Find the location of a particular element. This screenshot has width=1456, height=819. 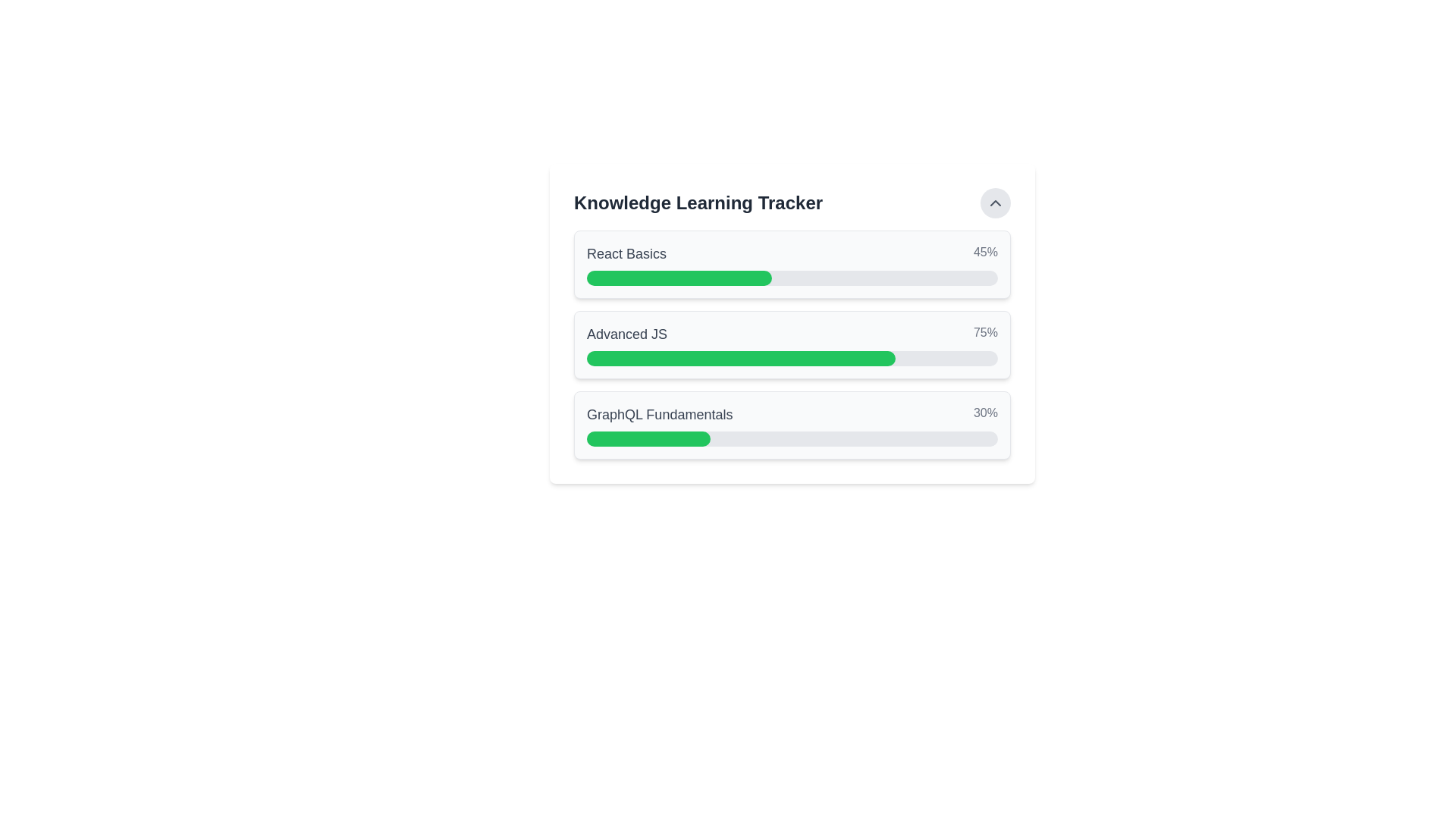

the progress percentage displayed in the central Progress display of the 'Knowledge Learning Tracker' card, which includes labels for courses such as 'React Basics', 'Advanced JS', and 'GraphQL Fundamentals' is located at coordinates (792, 323).